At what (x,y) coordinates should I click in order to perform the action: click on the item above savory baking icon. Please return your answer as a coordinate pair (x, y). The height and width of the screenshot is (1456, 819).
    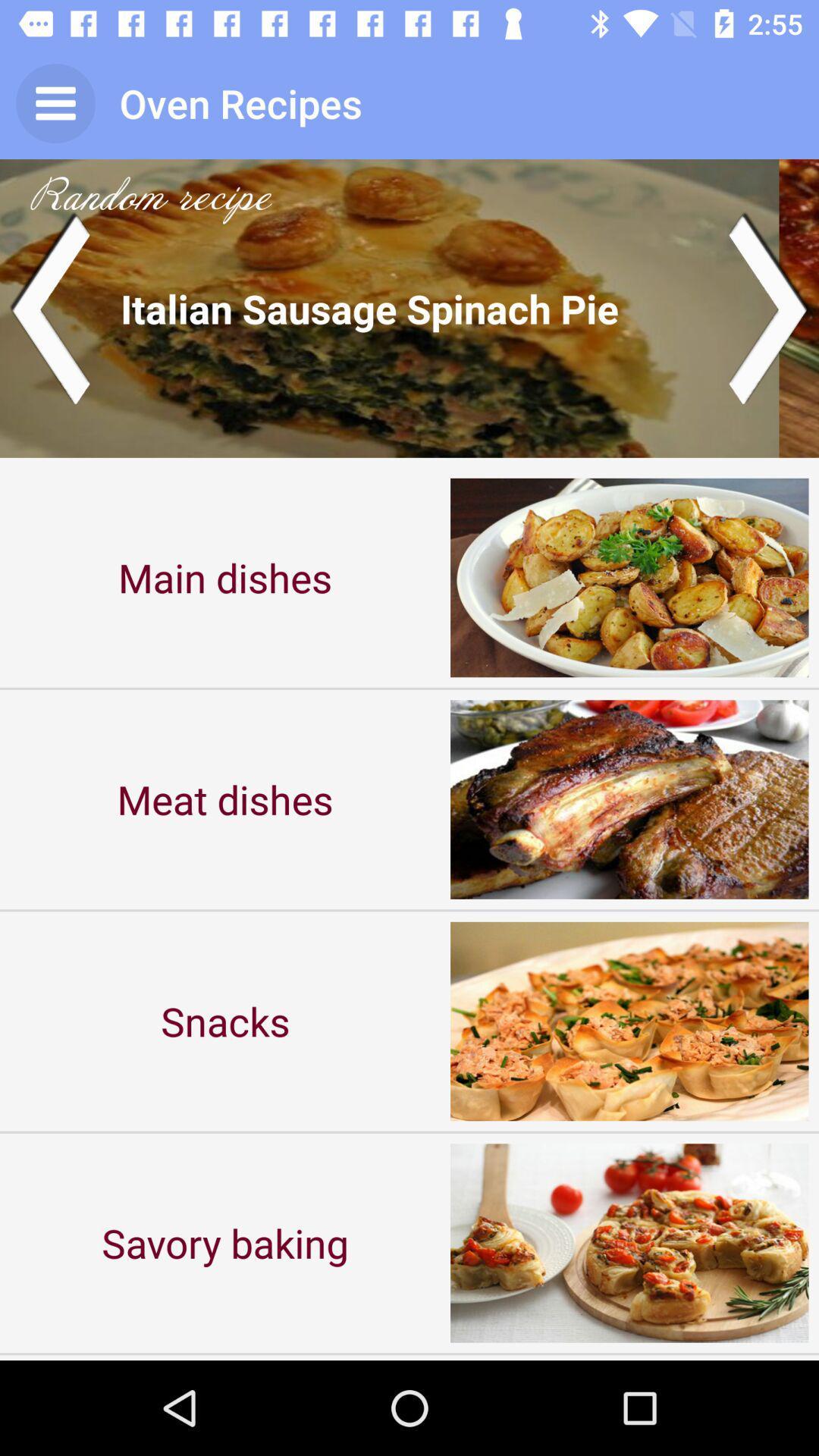
    Looking at the image, I should click on (225, 1021).